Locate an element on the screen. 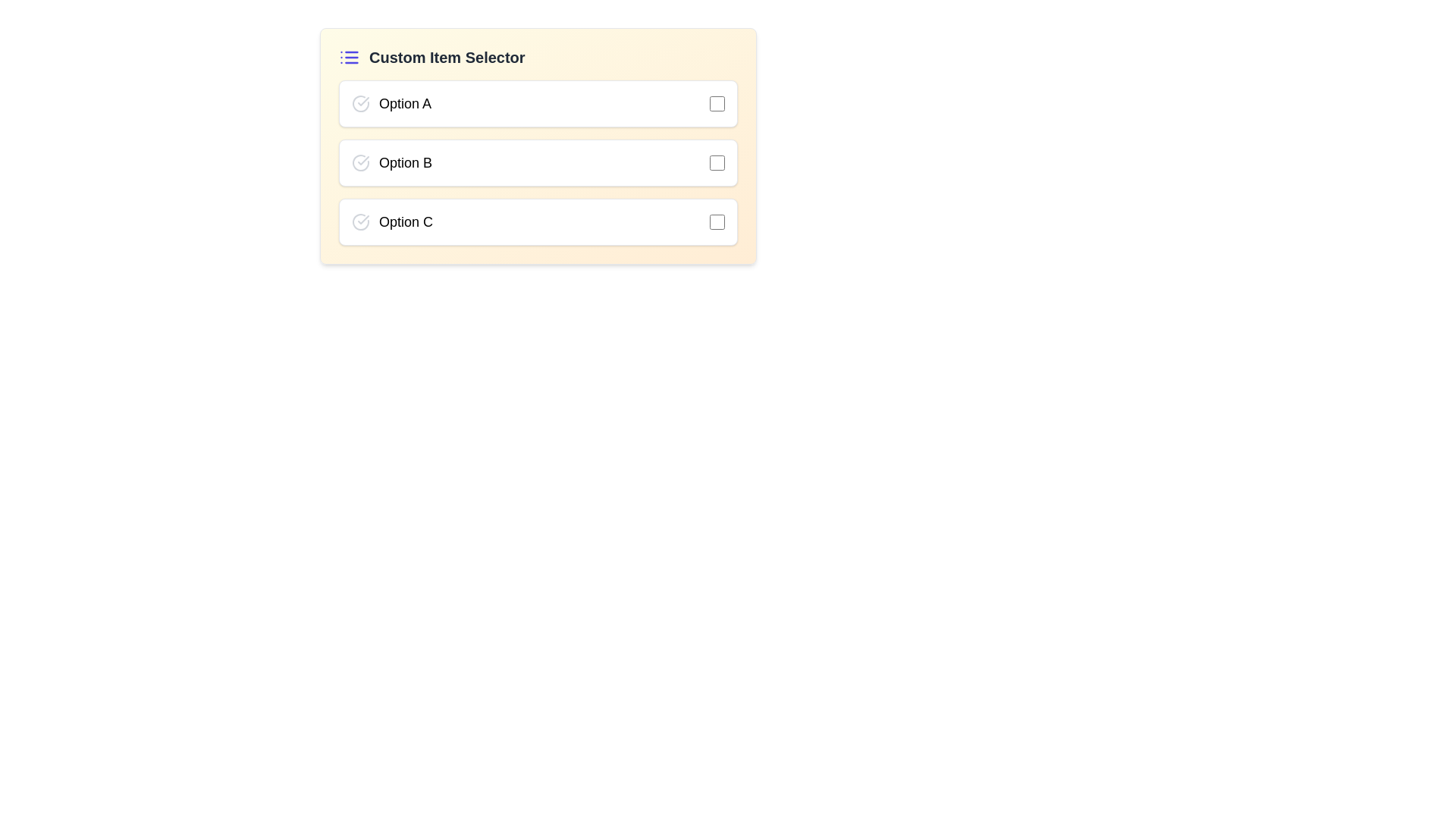 The height and width of the screenshot is (819, 1456). the circular gray icon with a checkmark next to the 'Option A' text, which indicates the selected option in the list is located at coordinates (359, 103).